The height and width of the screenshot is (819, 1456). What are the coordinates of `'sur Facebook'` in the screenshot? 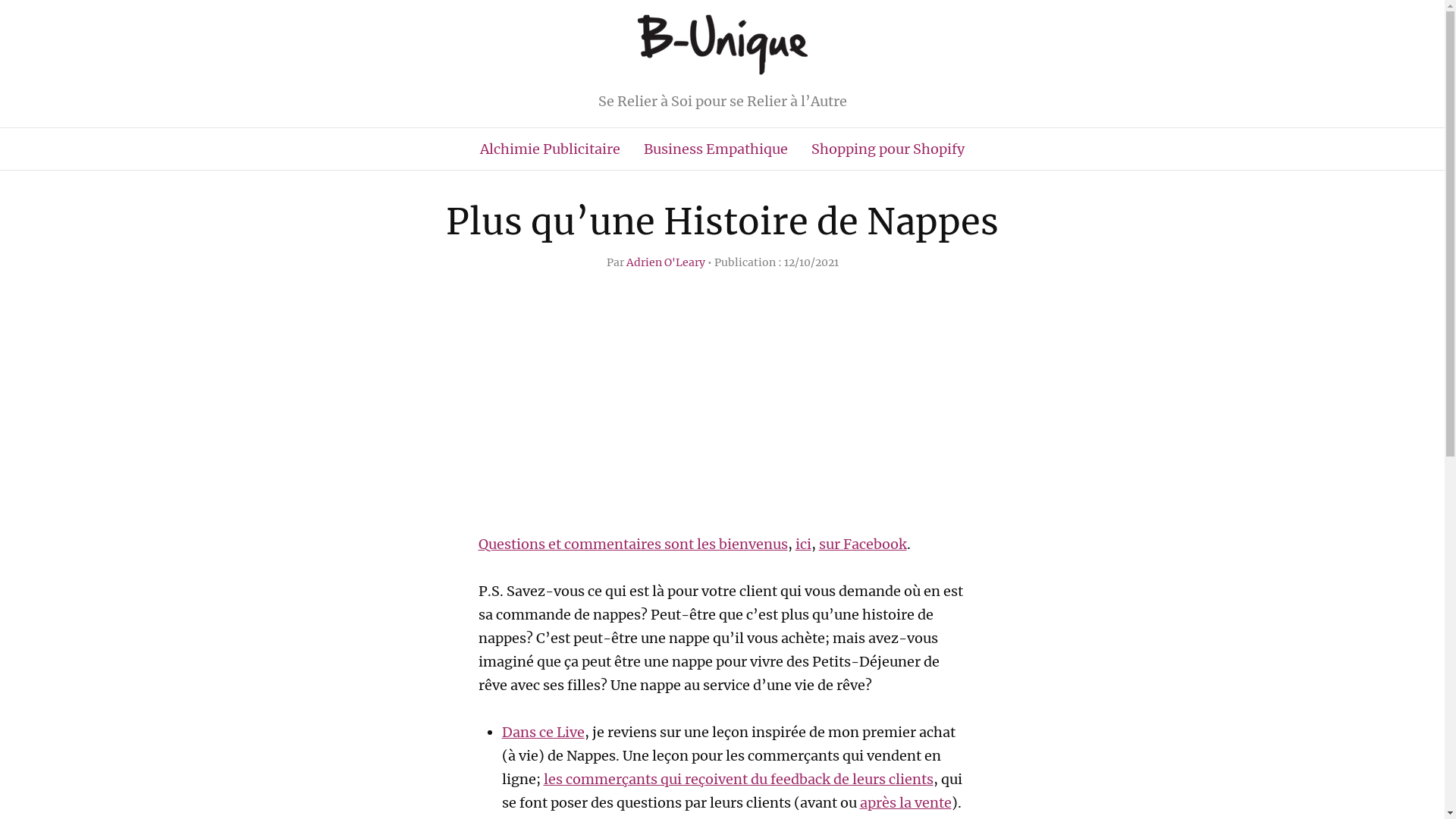 It's located at (818, 543).